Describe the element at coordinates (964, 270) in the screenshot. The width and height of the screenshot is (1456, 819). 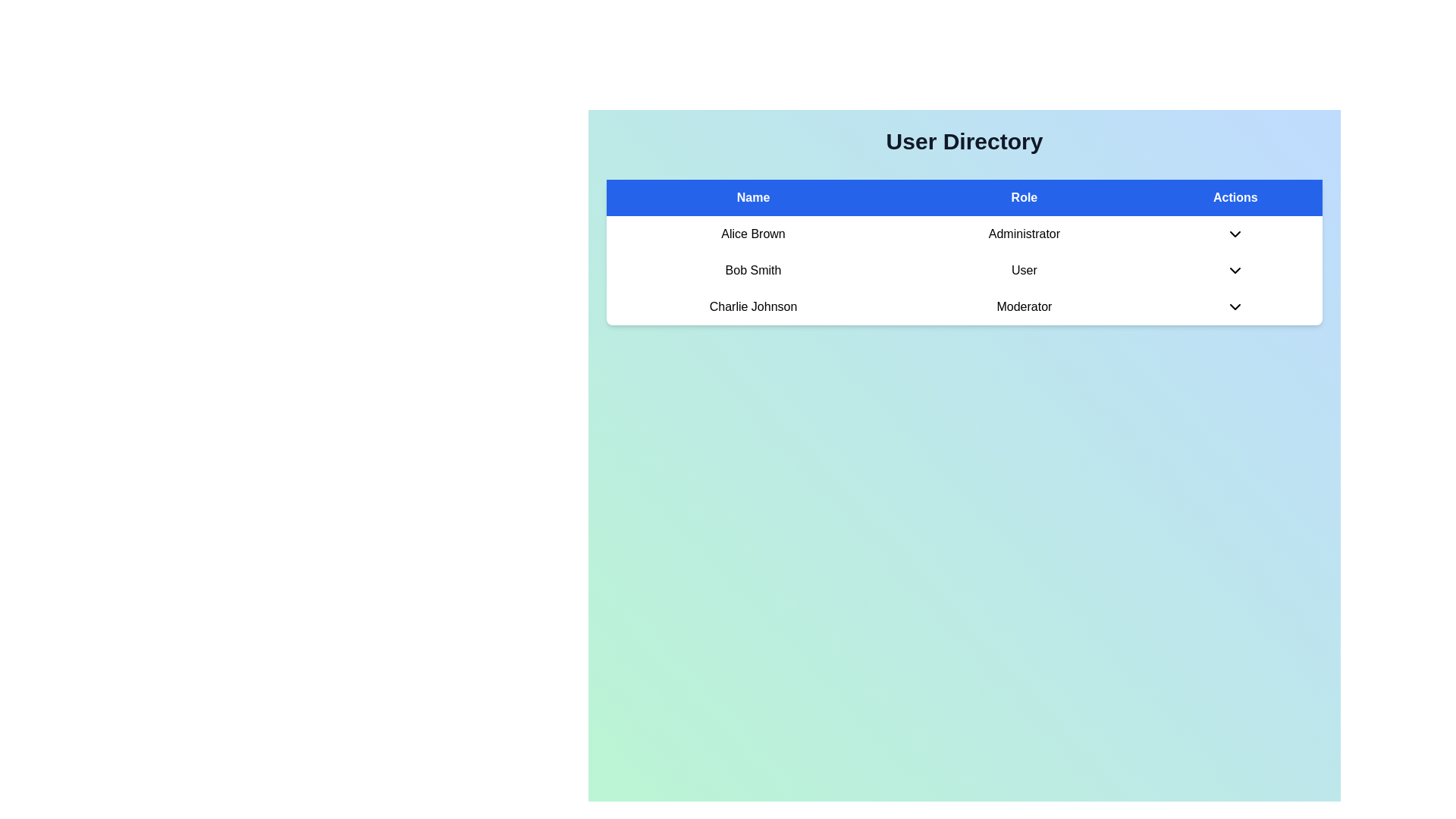
I see `user information for 'Bob Smith' in the user information row with an actionable dropdown, located in the second row of the user directory` at that location.